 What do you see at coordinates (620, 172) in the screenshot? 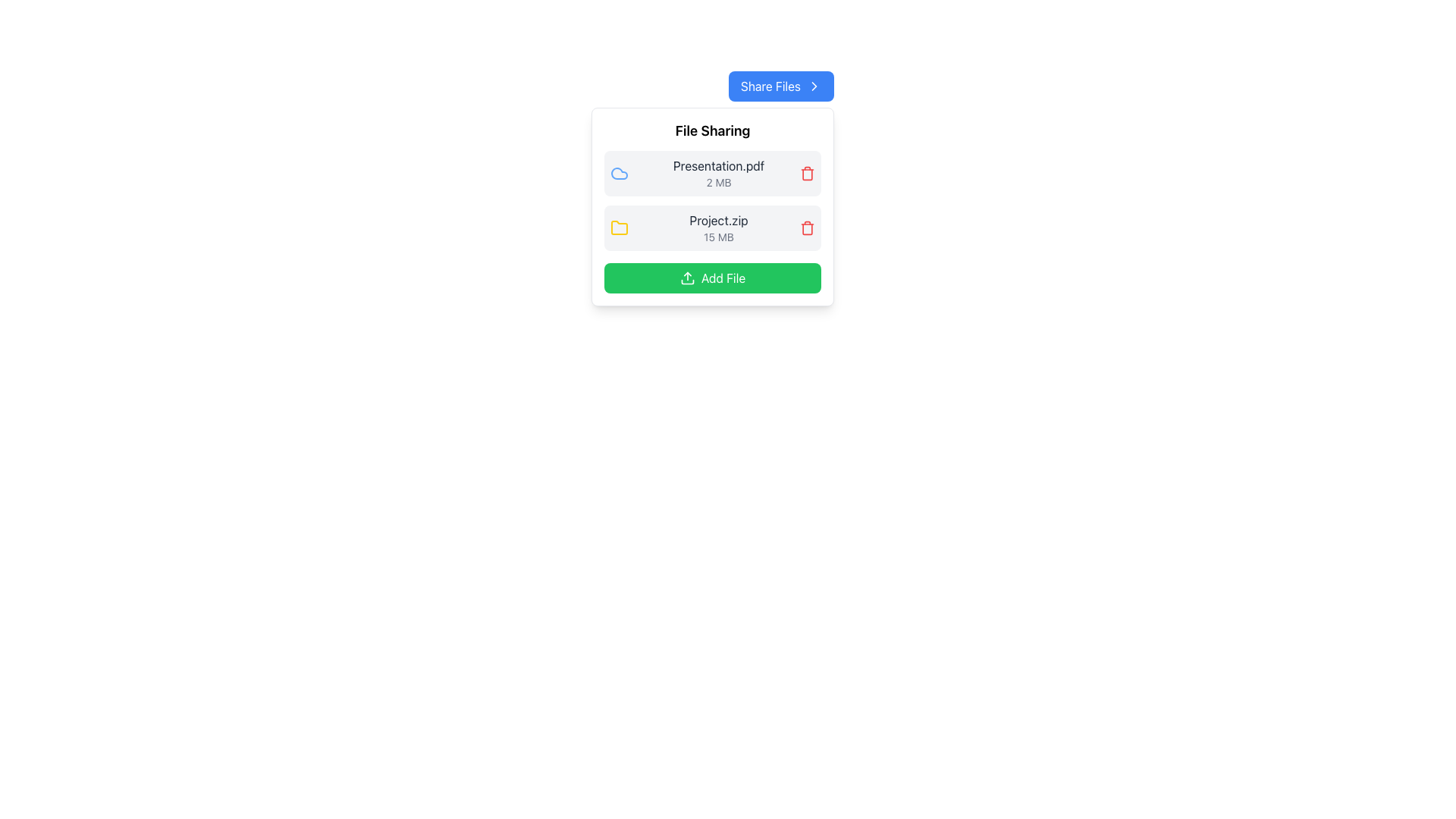
I see `the blue cloud graphical icon located to the left of the 'Presentation.pdf' filename in the file-sharing interface` at bounding box center [620, 172].